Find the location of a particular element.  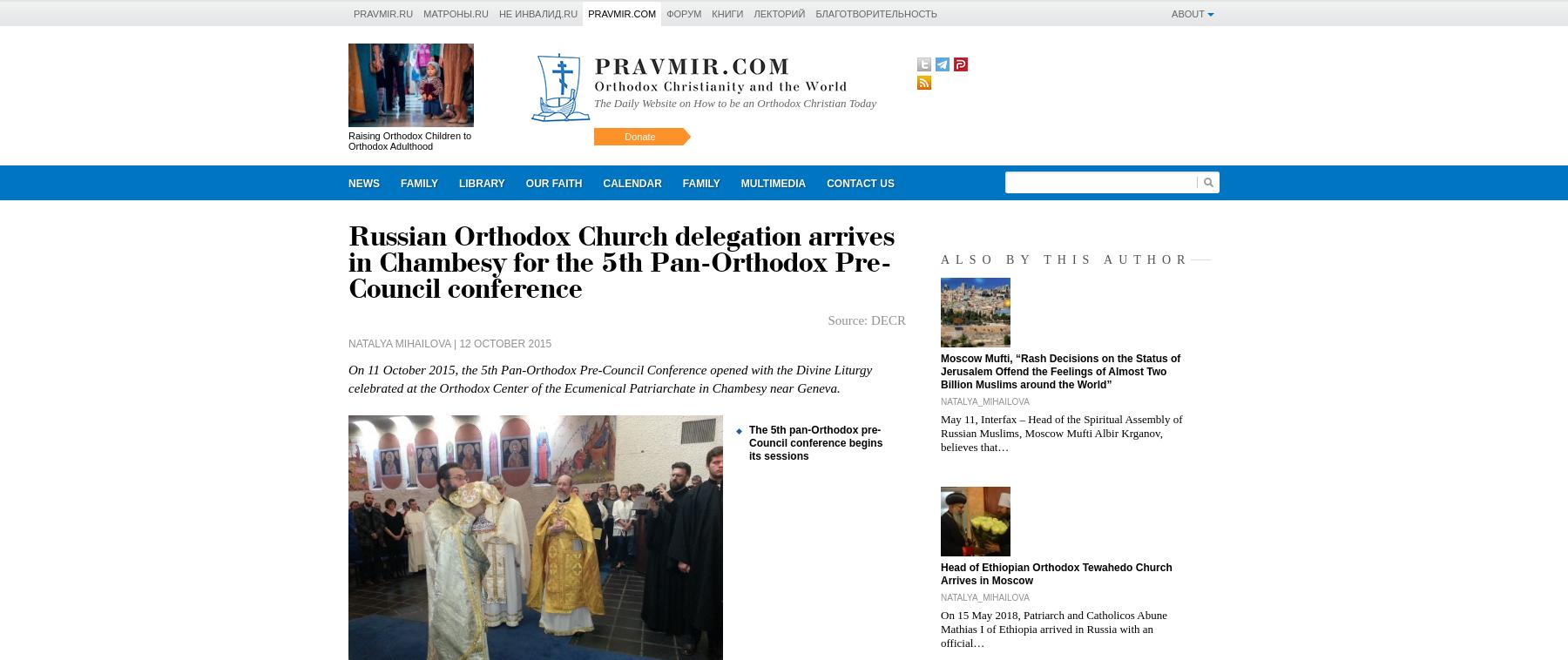

'Moscow Mufti, “Rash Decisions on the Status of Jerusalem Offend the Feelings of Almost Two Billion Muslims around the World”' is located at coordinates (1059, 370).